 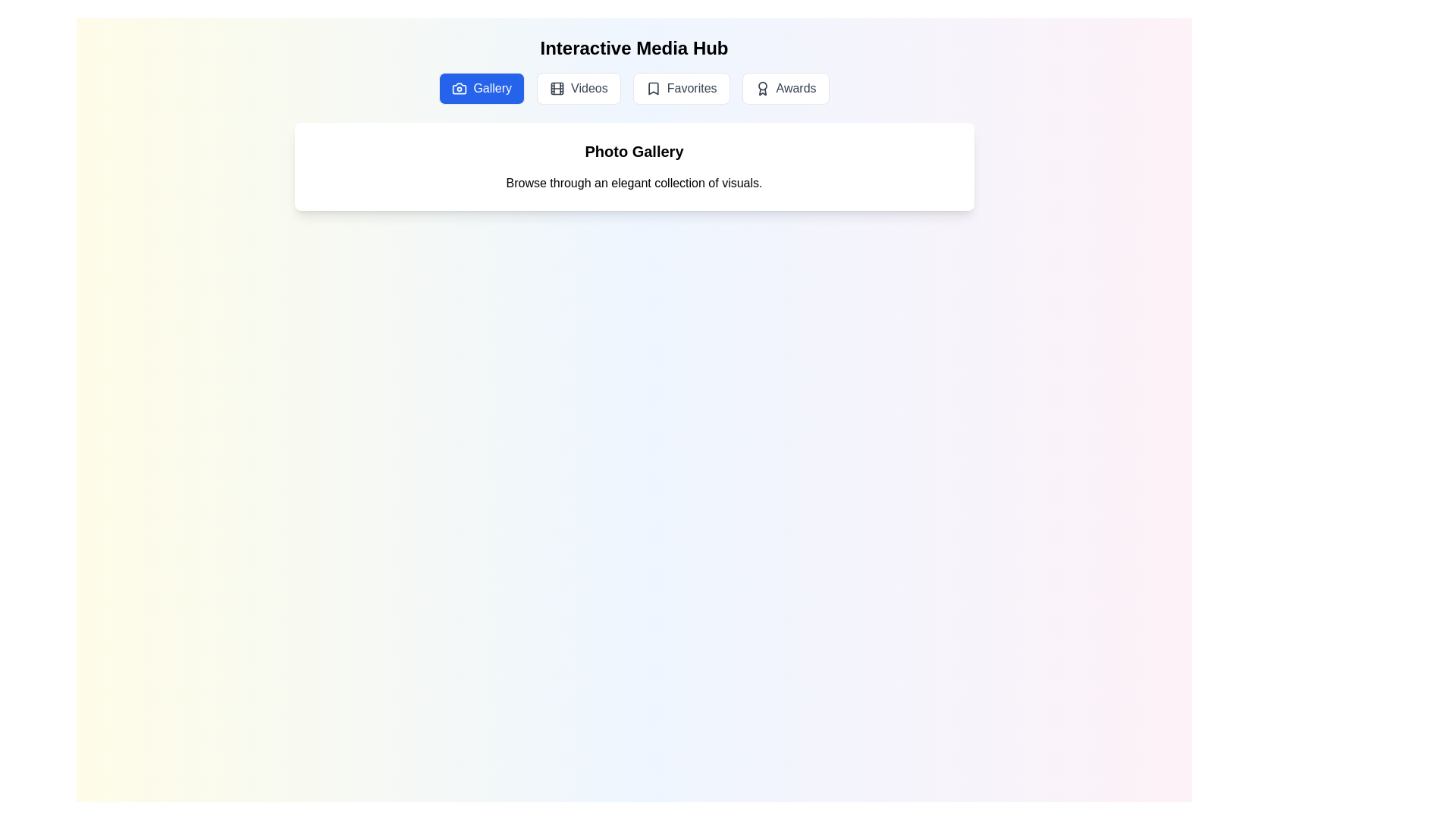 What do you see at coordinates (557, 88) in the screenshot?
I see `the central rectangle of the film-strip icon within the 'Videos' button in the top navigation bar` at bounding box center [557, 88].